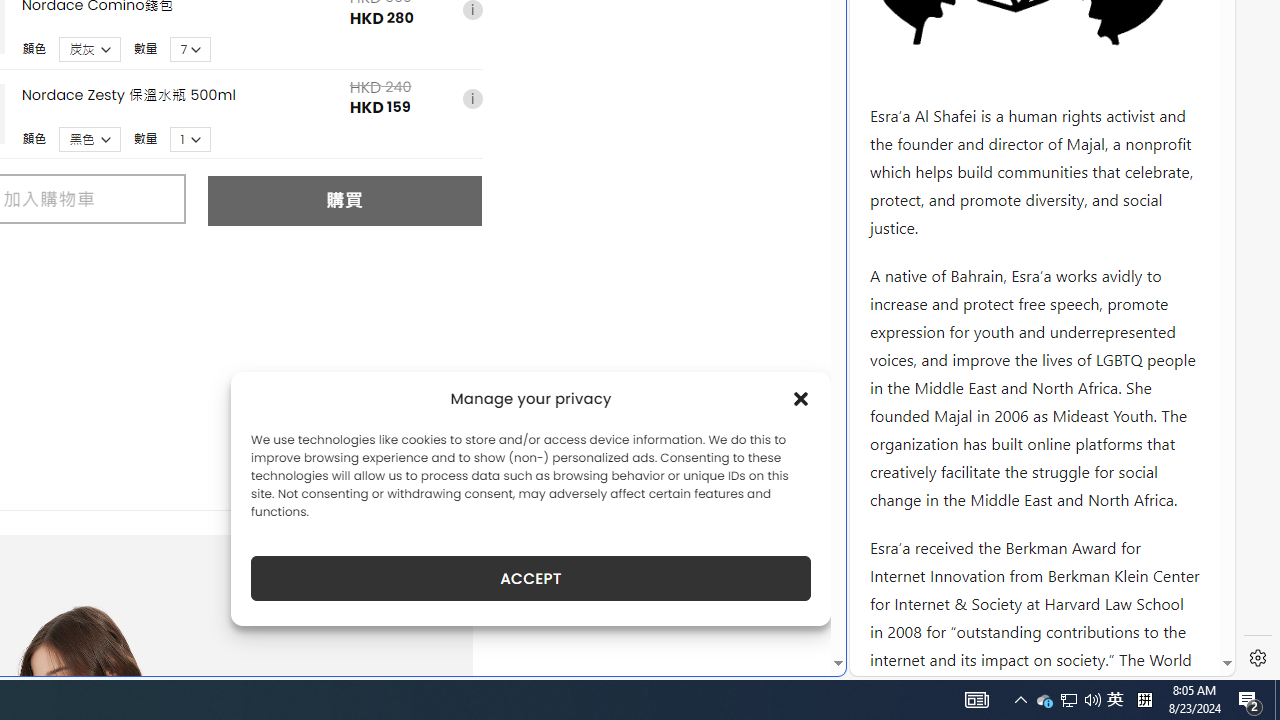  I want to click on 'i', so click(471, 99).